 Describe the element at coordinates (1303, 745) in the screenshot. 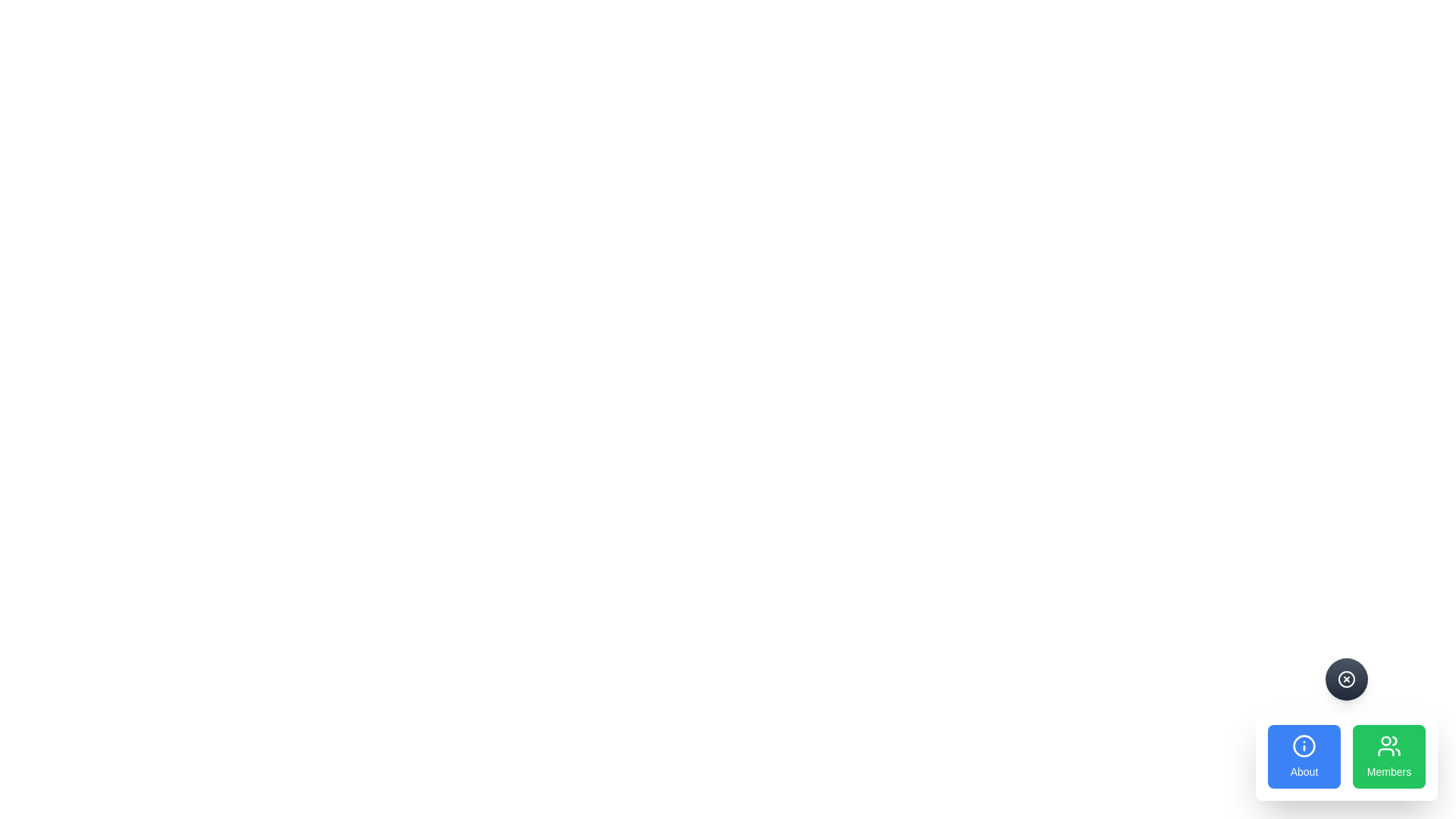

I see `the information icon located within the 'About' button, which is situated to the left of the 'Members' button` at that location.